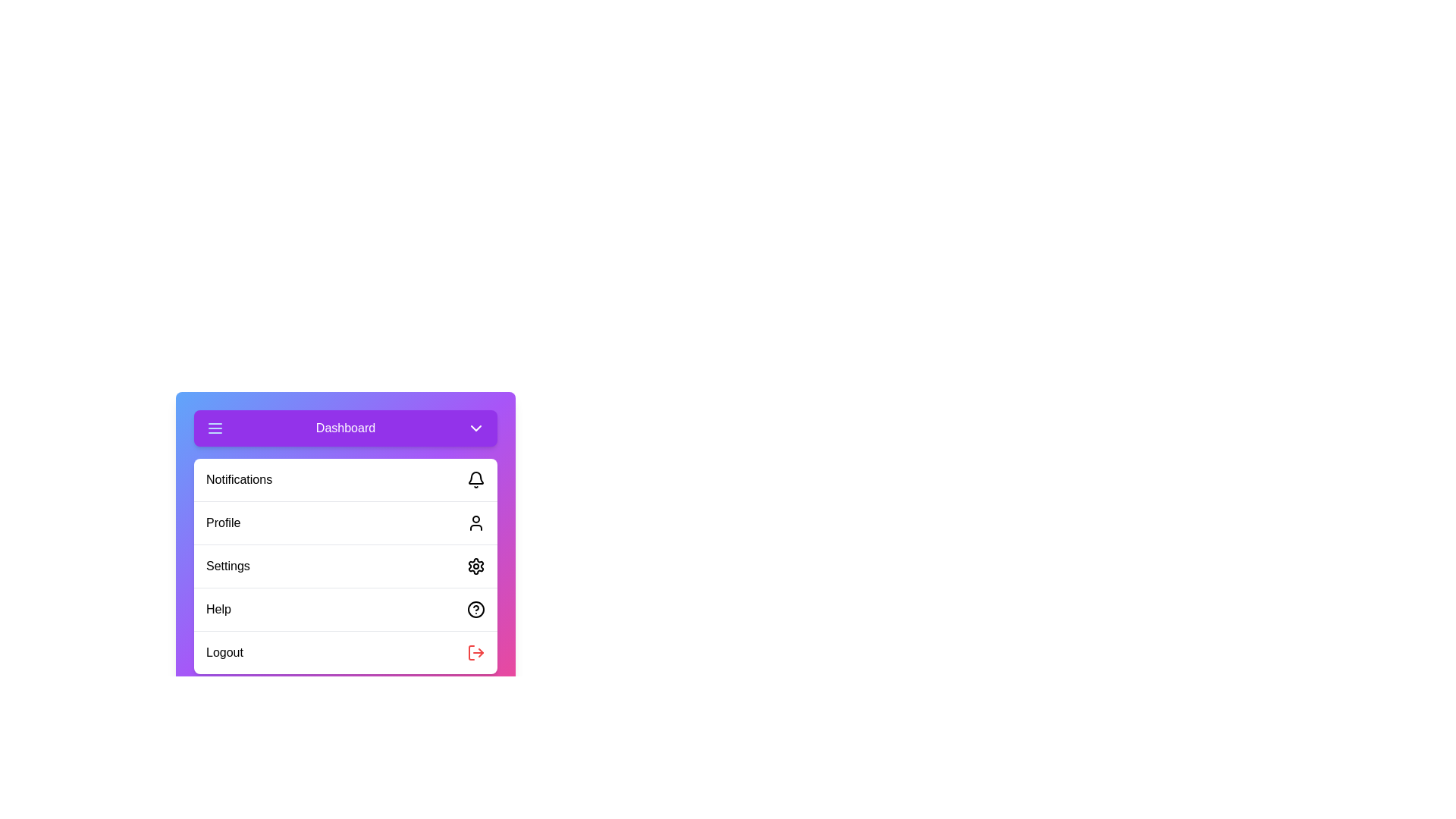 The image size is (1456, 819). Describe the element at coordinates (345, 566) in the screenshot. I see `the menu item labeled Settings to view its hover effect` at that location.